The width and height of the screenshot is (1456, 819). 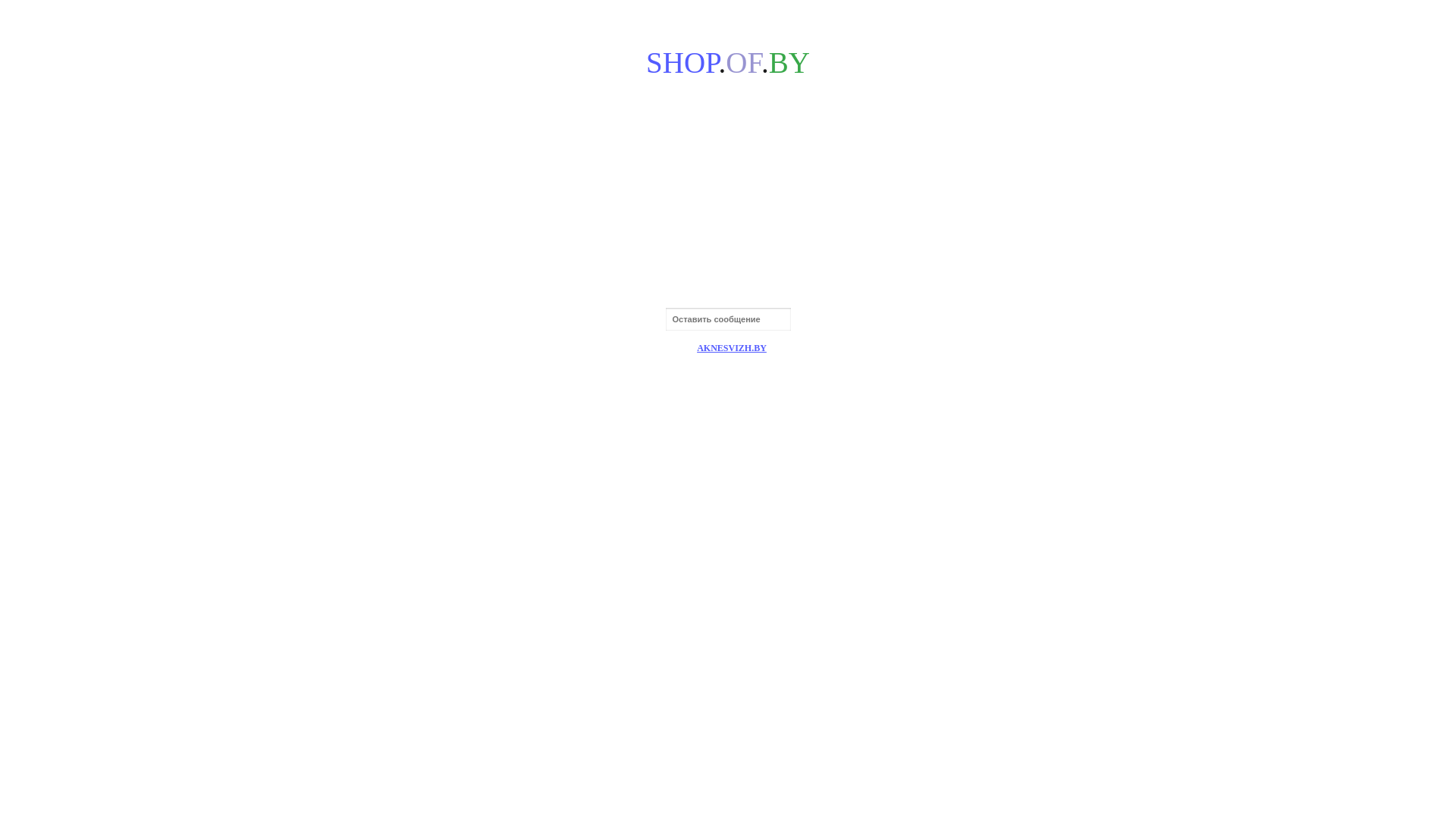 I want to click on 'AKNESVIZH.BY', so click(x=731, y=348).